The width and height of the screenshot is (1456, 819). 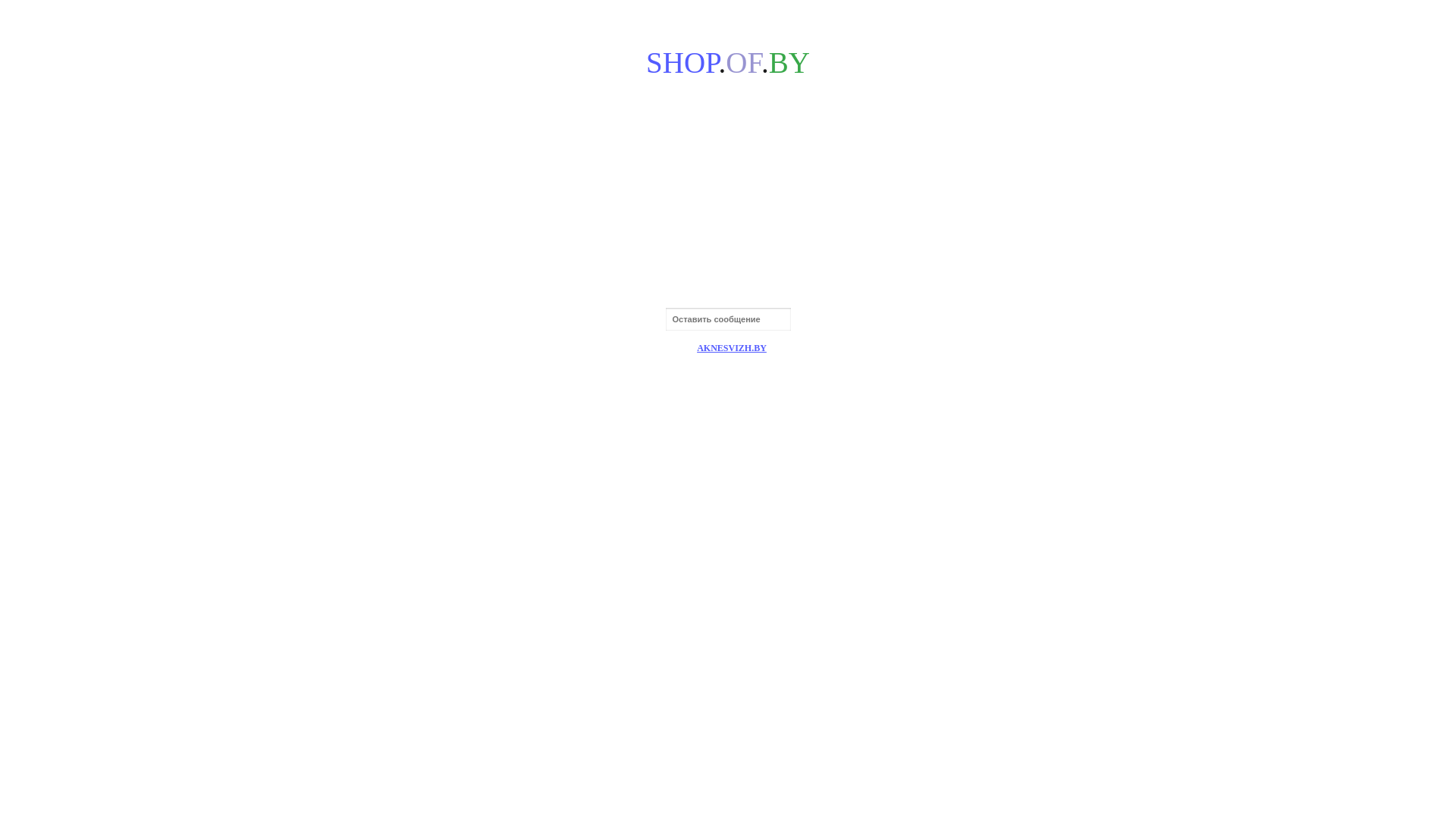 I want to click on 'AKNESVIZH.BY', so click(x=731, y=348).